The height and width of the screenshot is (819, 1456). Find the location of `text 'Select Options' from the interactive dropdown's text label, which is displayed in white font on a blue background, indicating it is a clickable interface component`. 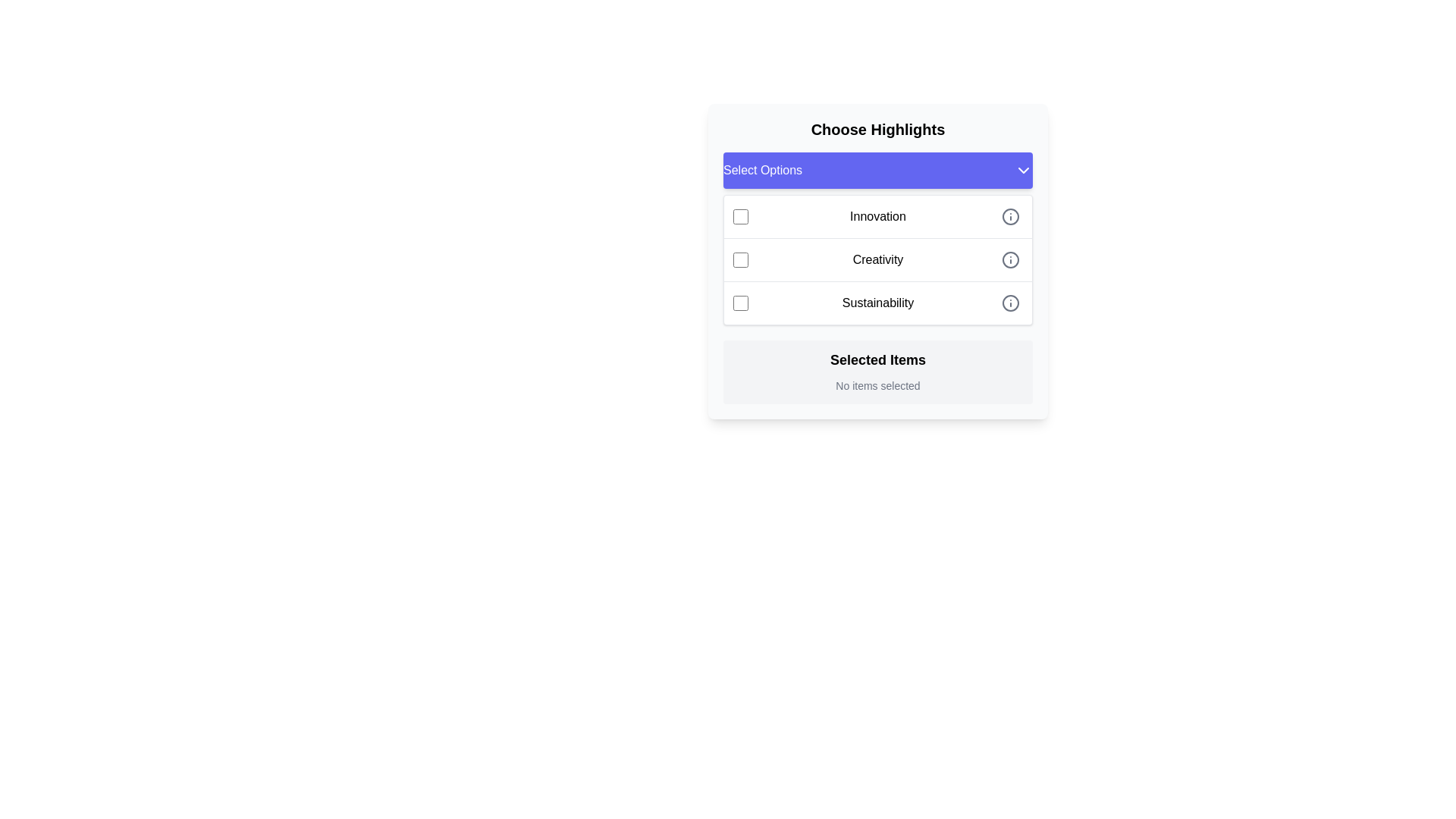

text 'Select Options' from the interactive dropdown's text label, which is displayed in white font on a blue background, indicating it is a clickable interface component is located at coordinates (763, 170).